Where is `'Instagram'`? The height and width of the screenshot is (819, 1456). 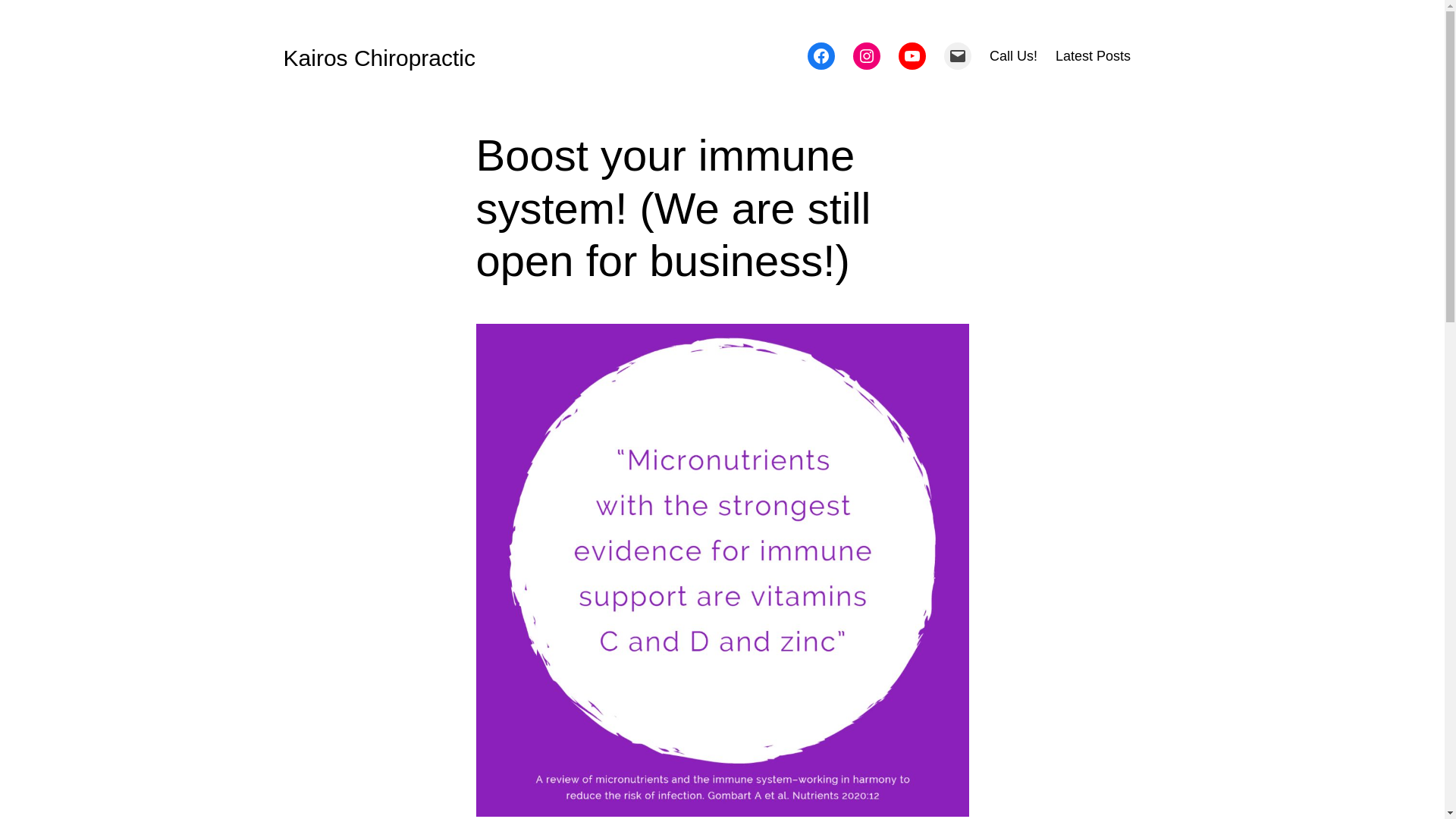
'Instagram' is located at coordinates (866, 55).